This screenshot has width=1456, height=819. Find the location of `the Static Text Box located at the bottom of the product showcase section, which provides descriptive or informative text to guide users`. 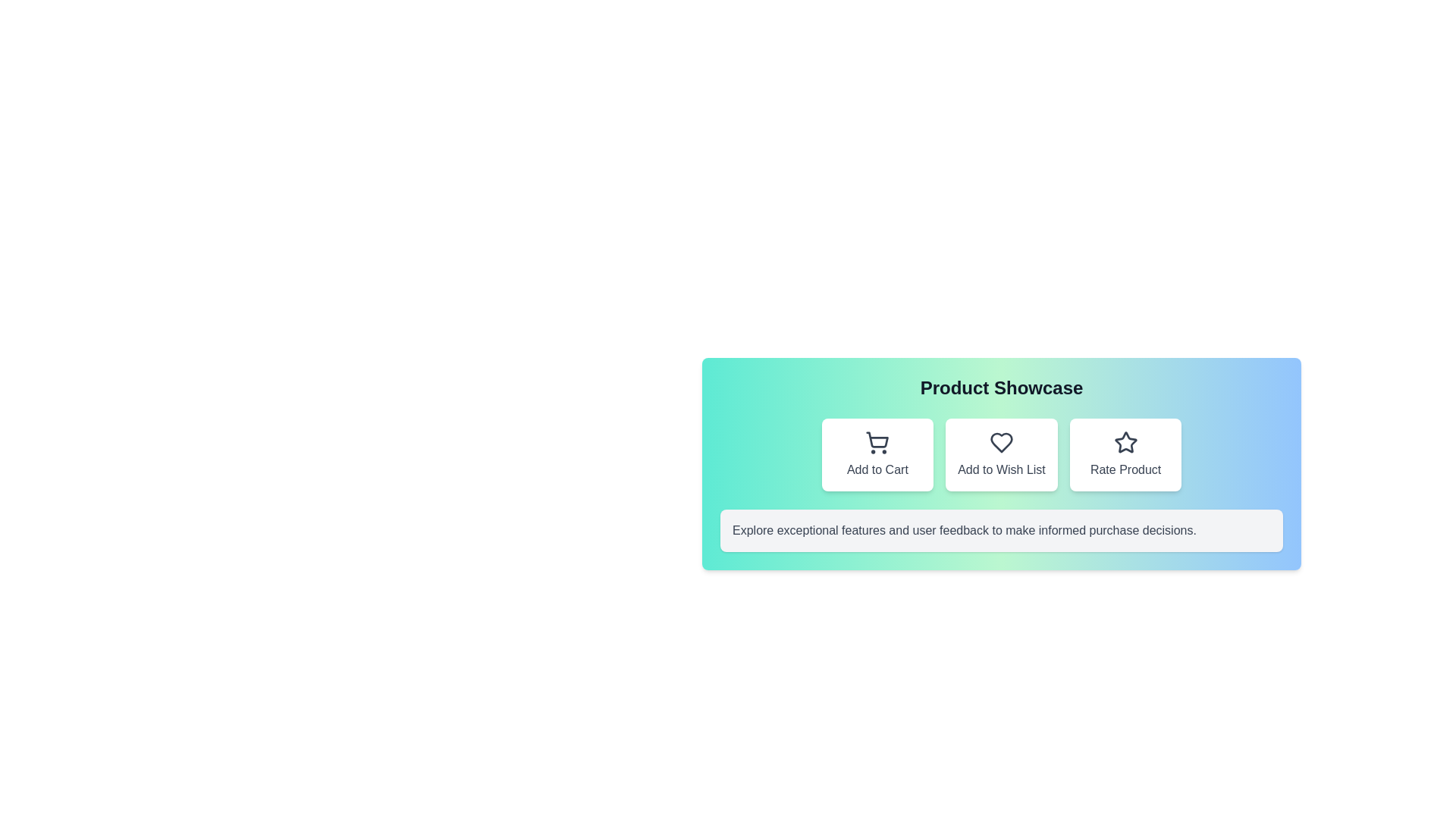

the Static Text Box located at the bottom of the product showcase section, which provides descriptive or informative text to guide users is located at coordinates (1001, 529).